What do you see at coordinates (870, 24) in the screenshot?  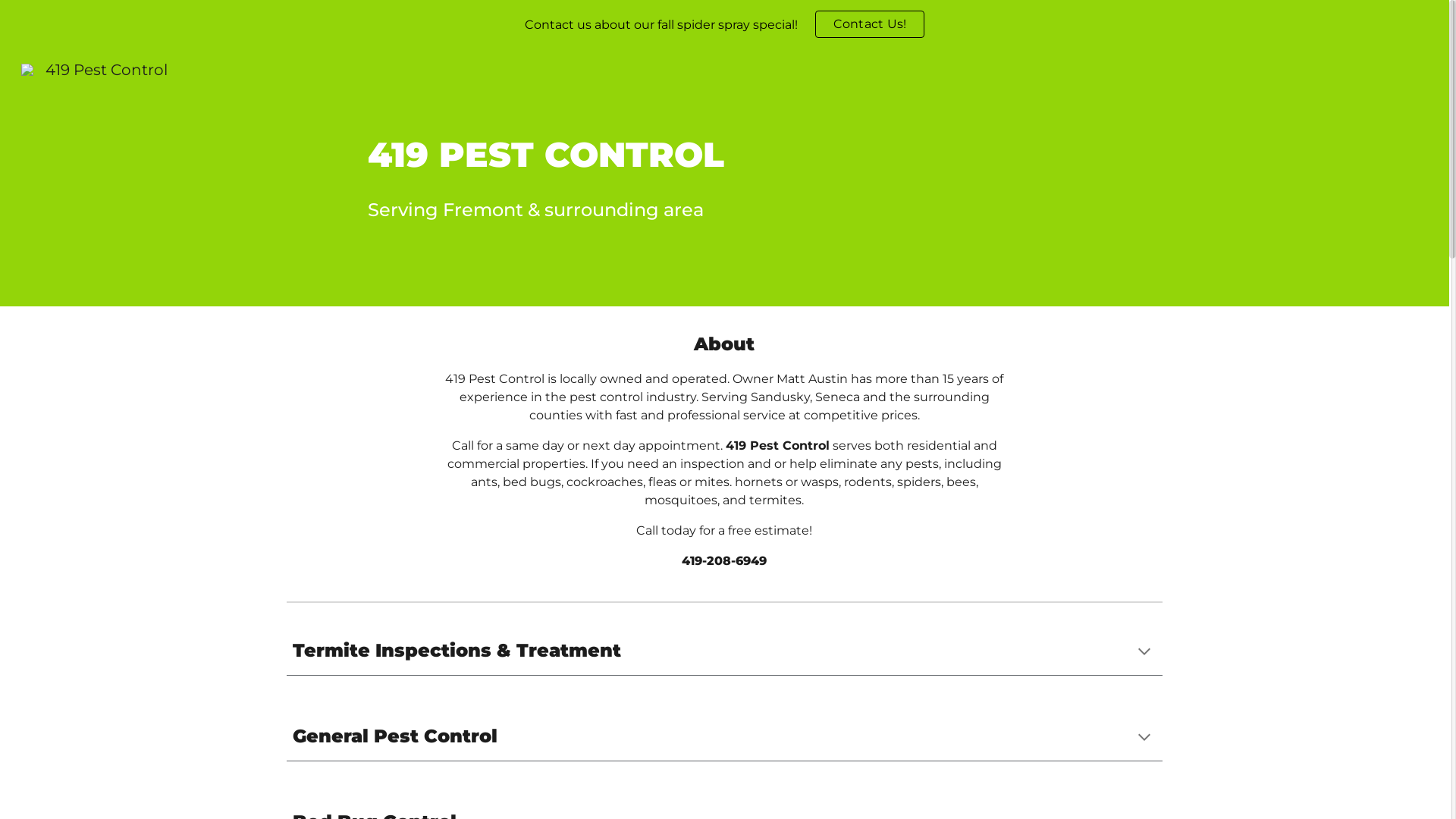 I see `'Contact Us!'` at bounding box center [870, 24].